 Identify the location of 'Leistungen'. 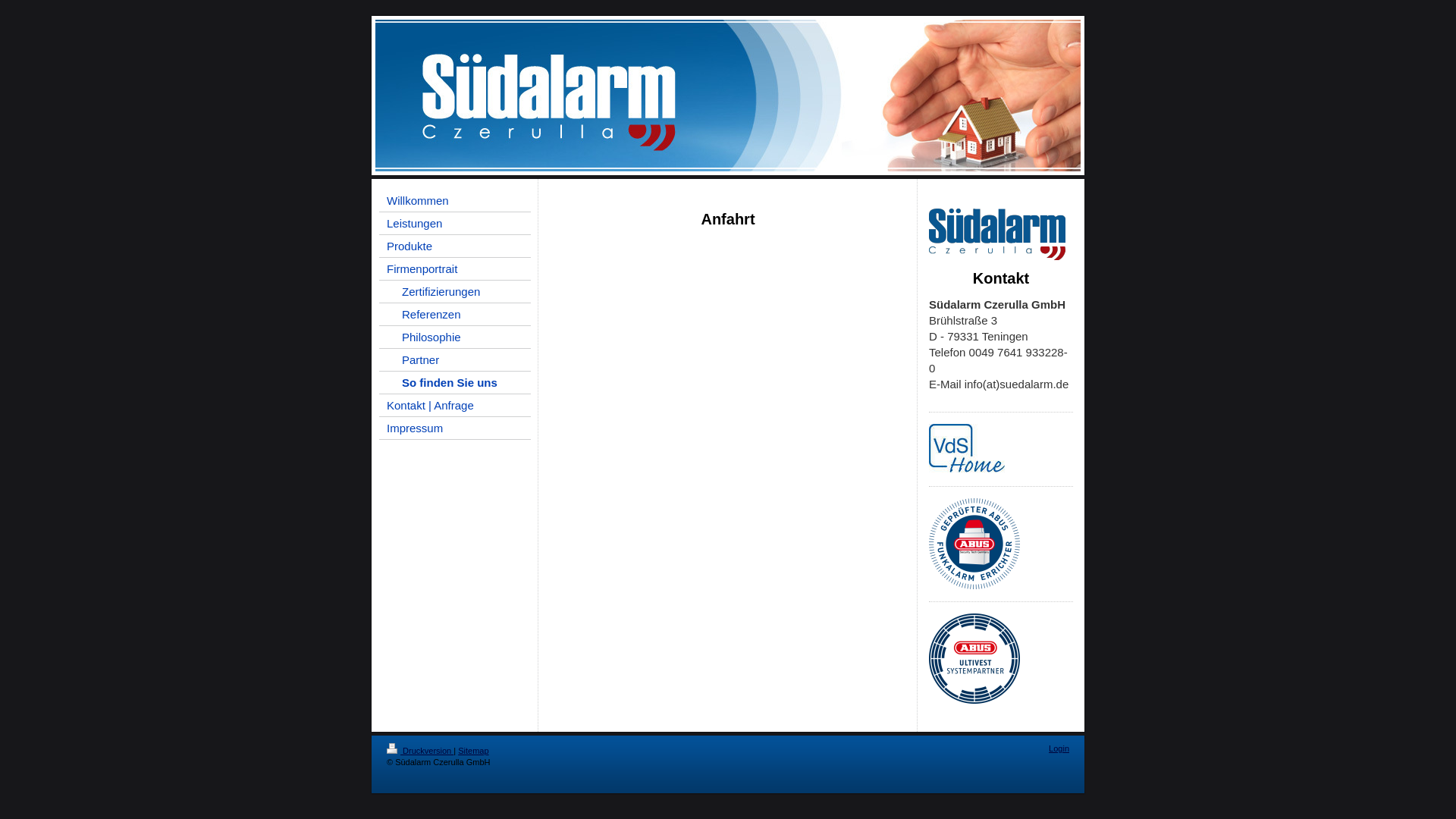
(378, 223).